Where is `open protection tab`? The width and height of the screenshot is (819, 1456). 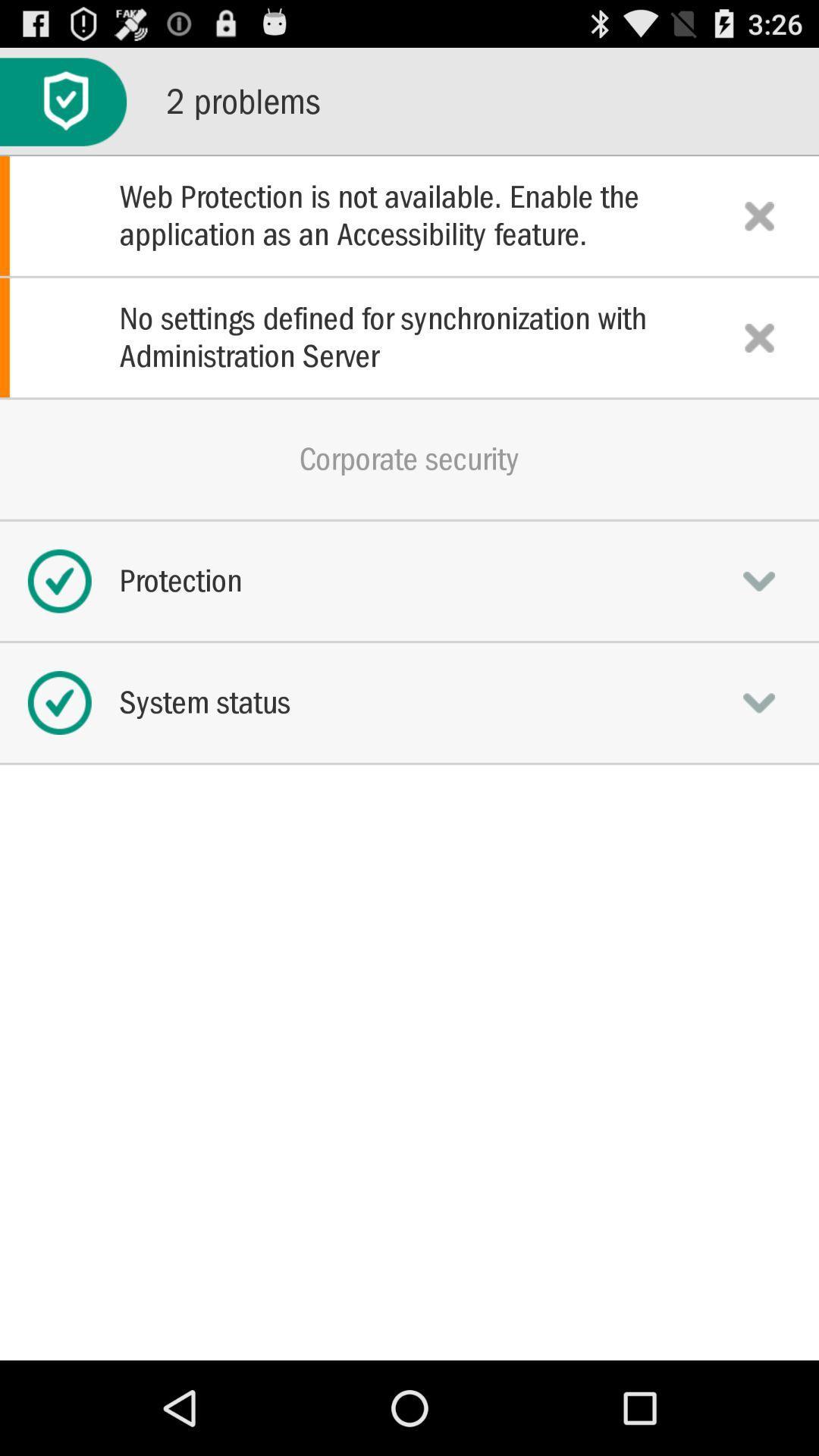
open protection tab is located at coordinates (759, 580).